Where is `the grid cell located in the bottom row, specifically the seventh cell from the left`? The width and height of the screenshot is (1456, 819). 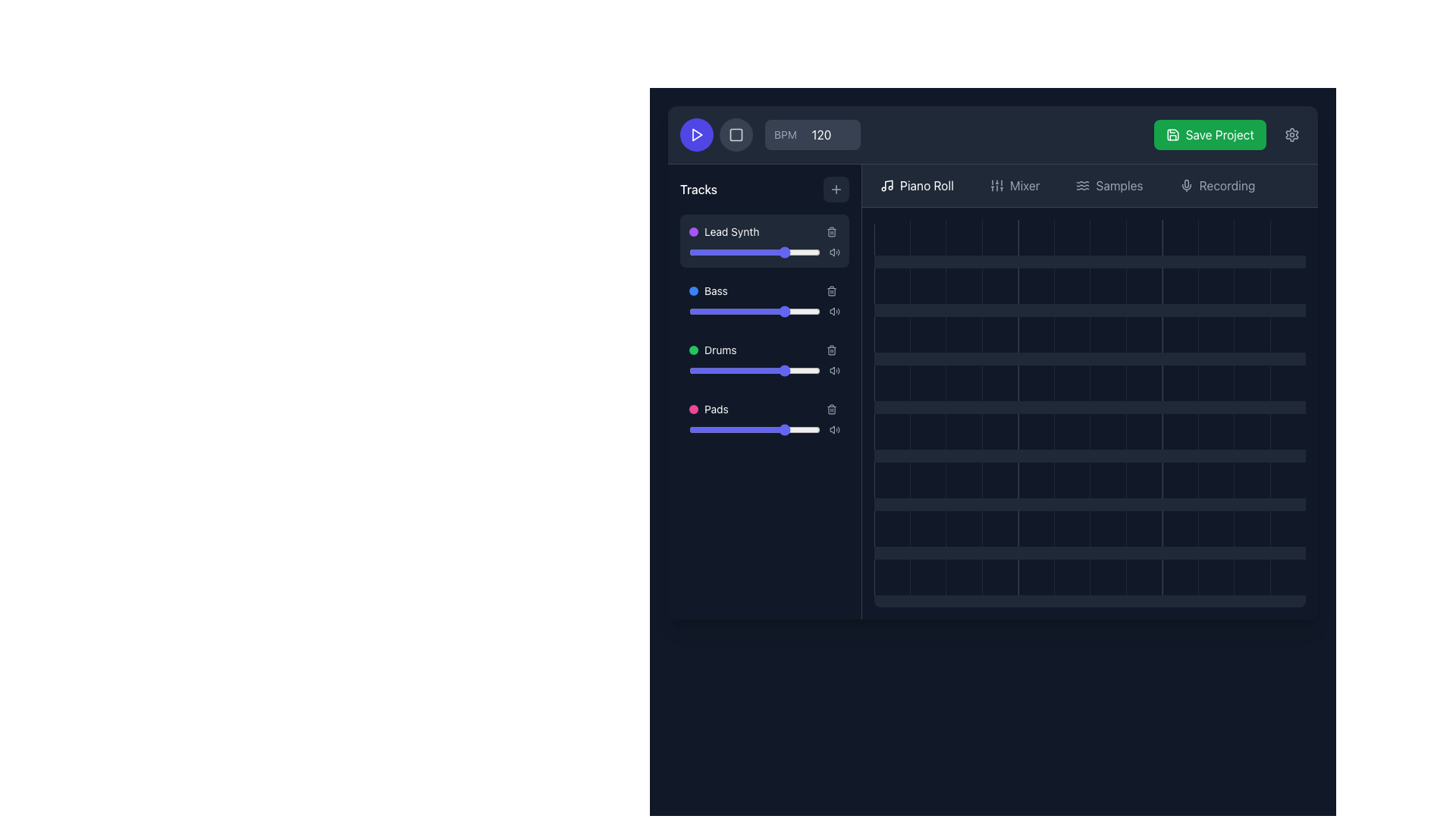 the grid cell located in the bottom row, specifically the seventh cell from the left is located at coordinates (1108, 577).